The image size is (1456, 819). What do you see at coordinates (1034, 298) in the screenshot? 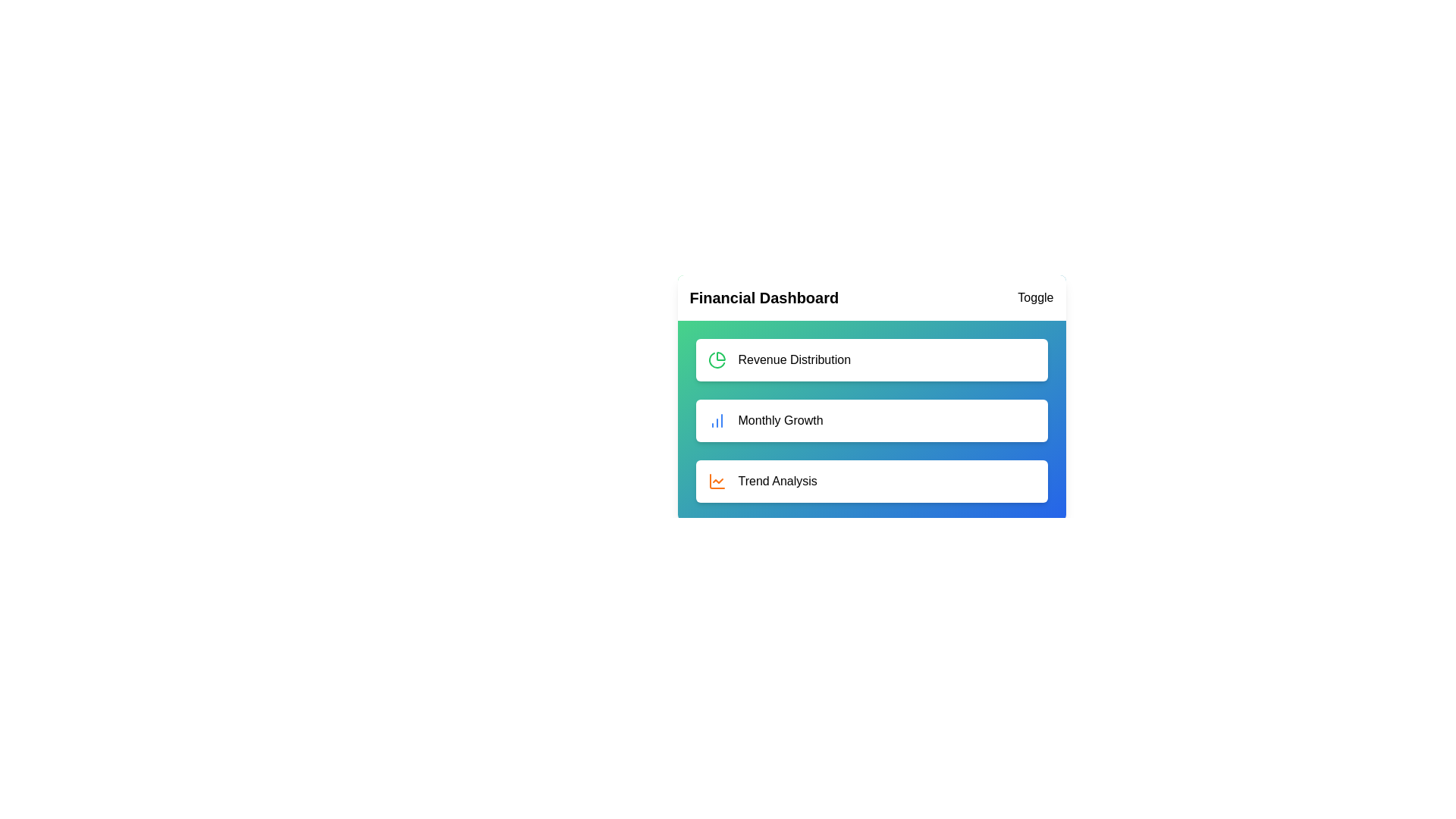
I see `the toggle button to expand or collapse the menu` at bounding box center [1034, 298].